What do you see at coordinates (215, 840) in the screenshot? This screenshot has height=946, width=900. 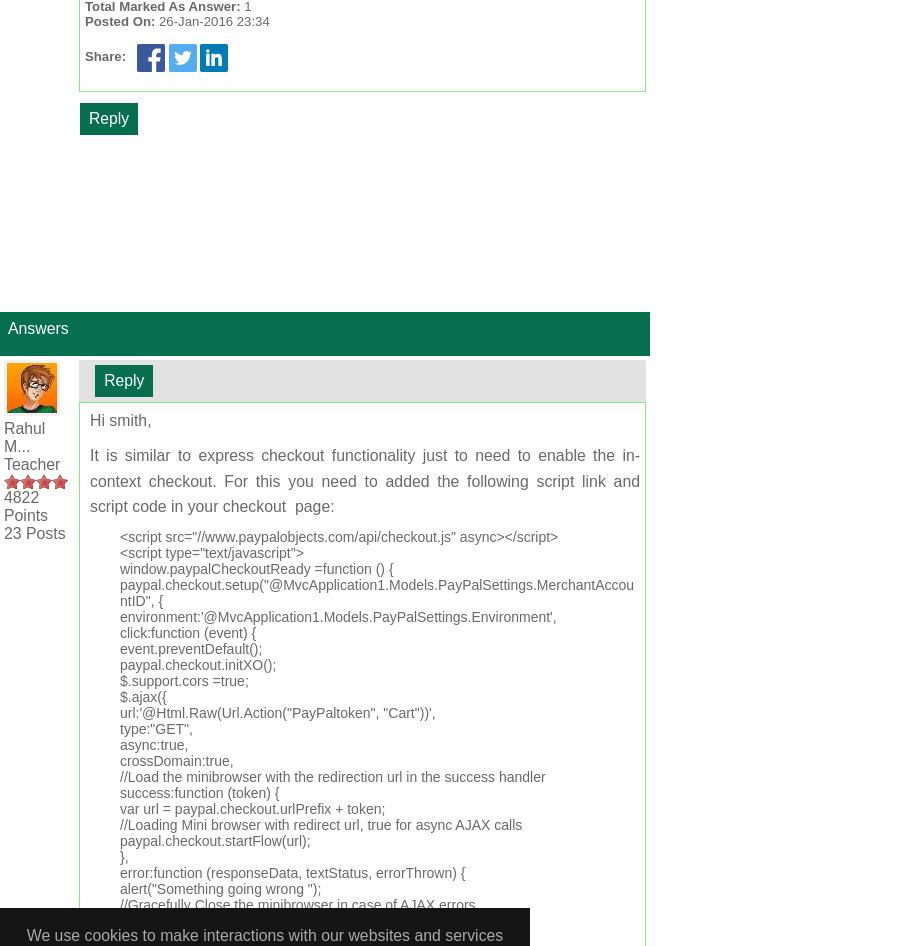 I see `'paypal.checkout.startFlow(url);'` at bounding box center [215, 840].